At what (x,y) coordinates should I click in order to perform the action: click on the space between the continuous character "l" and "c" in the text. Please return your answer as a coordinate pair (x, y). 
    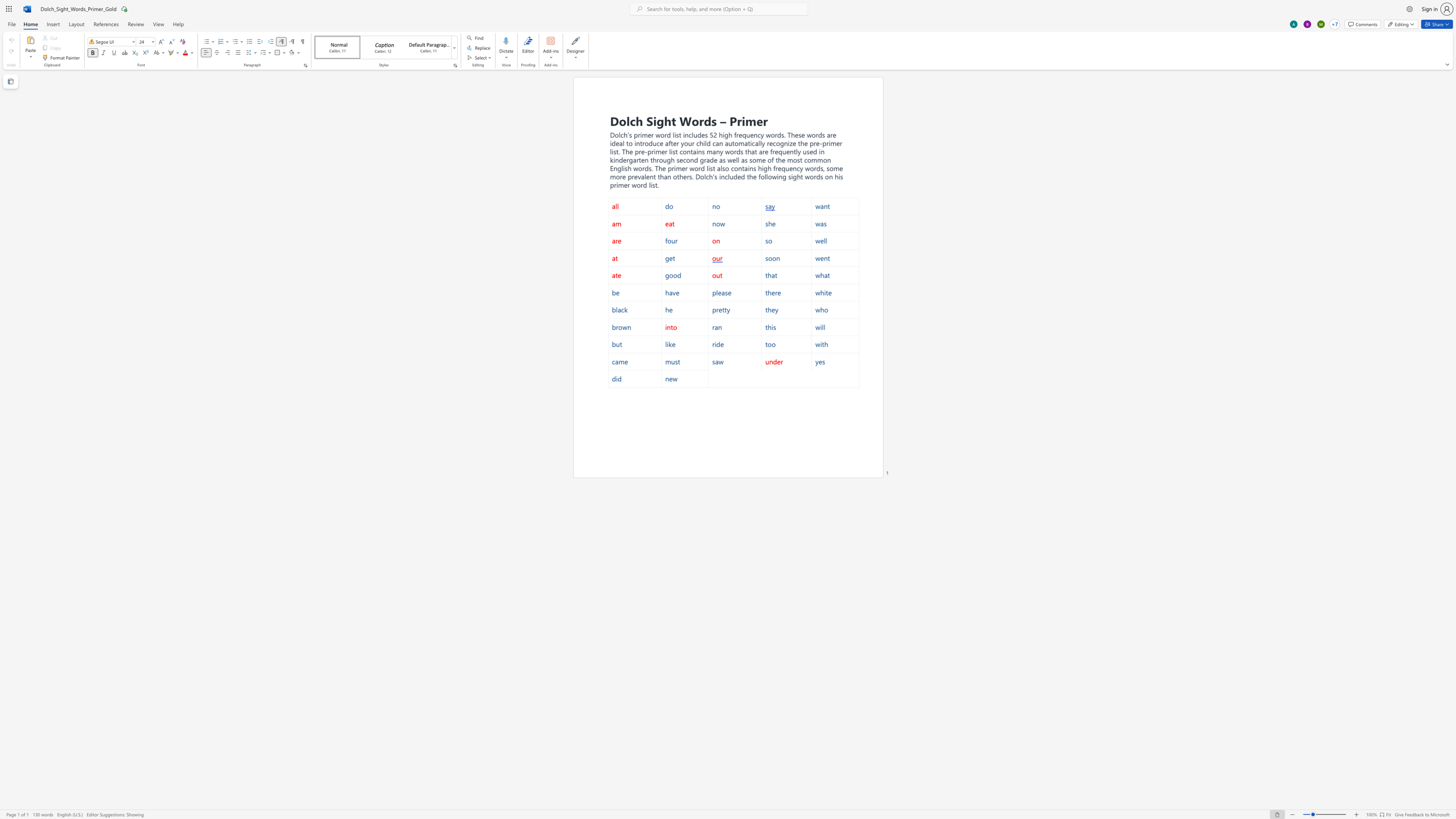
    Looking at the image, I should click on (630, 120).